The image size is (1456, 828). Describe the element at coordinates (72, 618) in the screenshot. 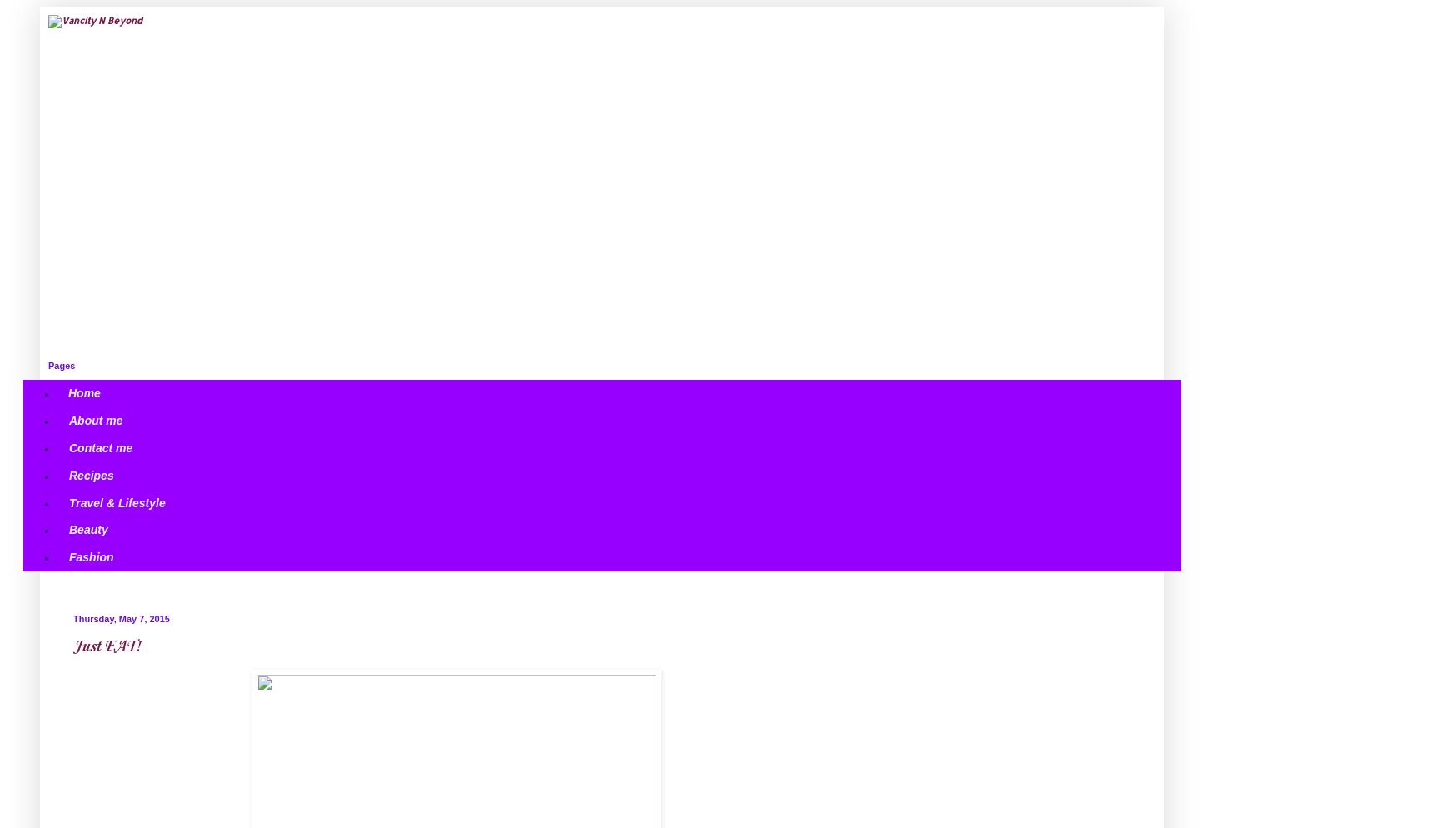

I see `'Thursday, May 7, 2015'` at that location.